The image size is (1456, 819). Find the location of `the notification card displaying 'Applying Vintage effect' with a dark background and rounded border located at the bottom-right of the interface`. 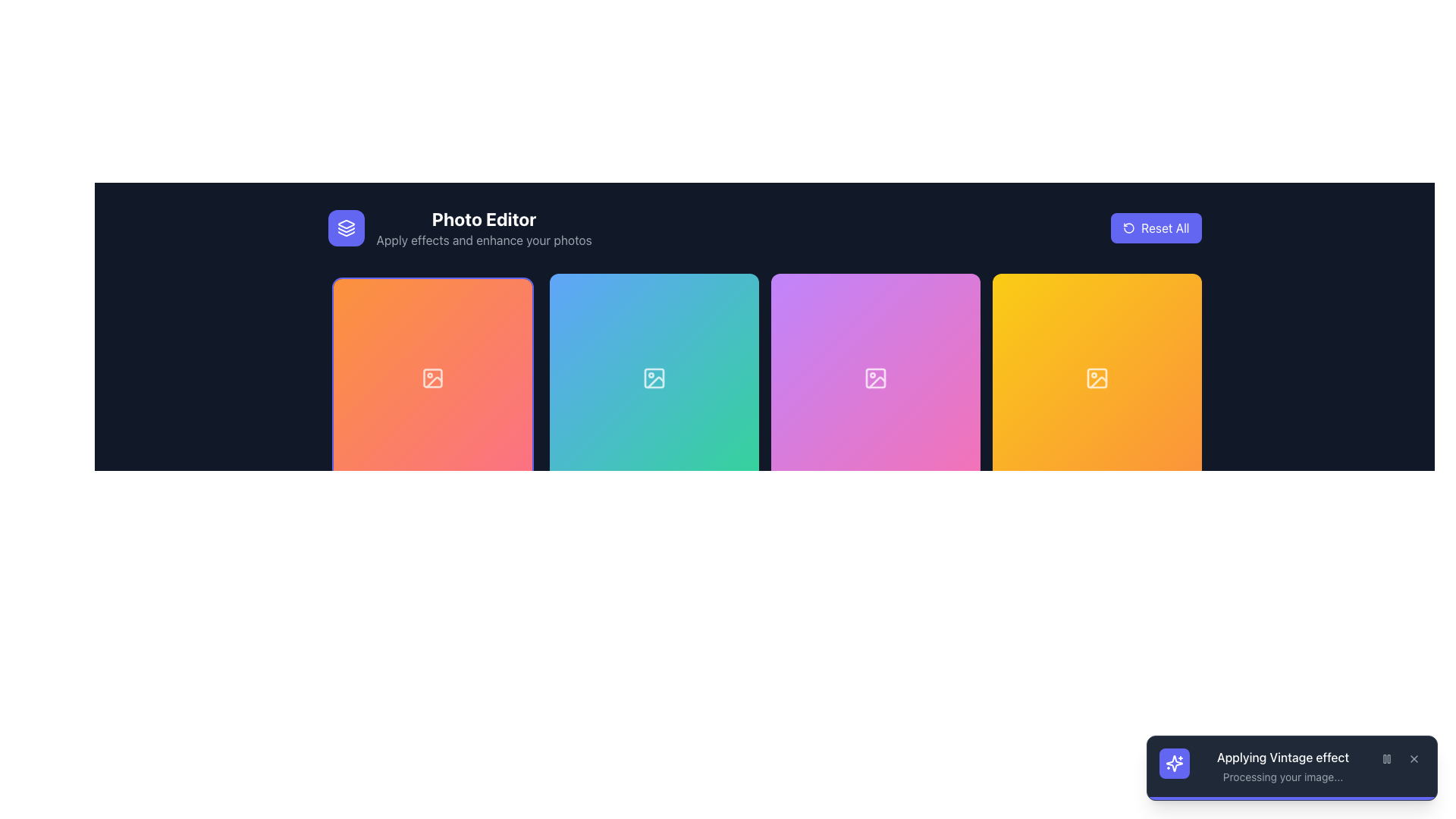

the notification card displaying 'Applying Vintage effect' with a dark background and rounded border located at the bottom-right of the interface is located at coordinates (1291, 768).